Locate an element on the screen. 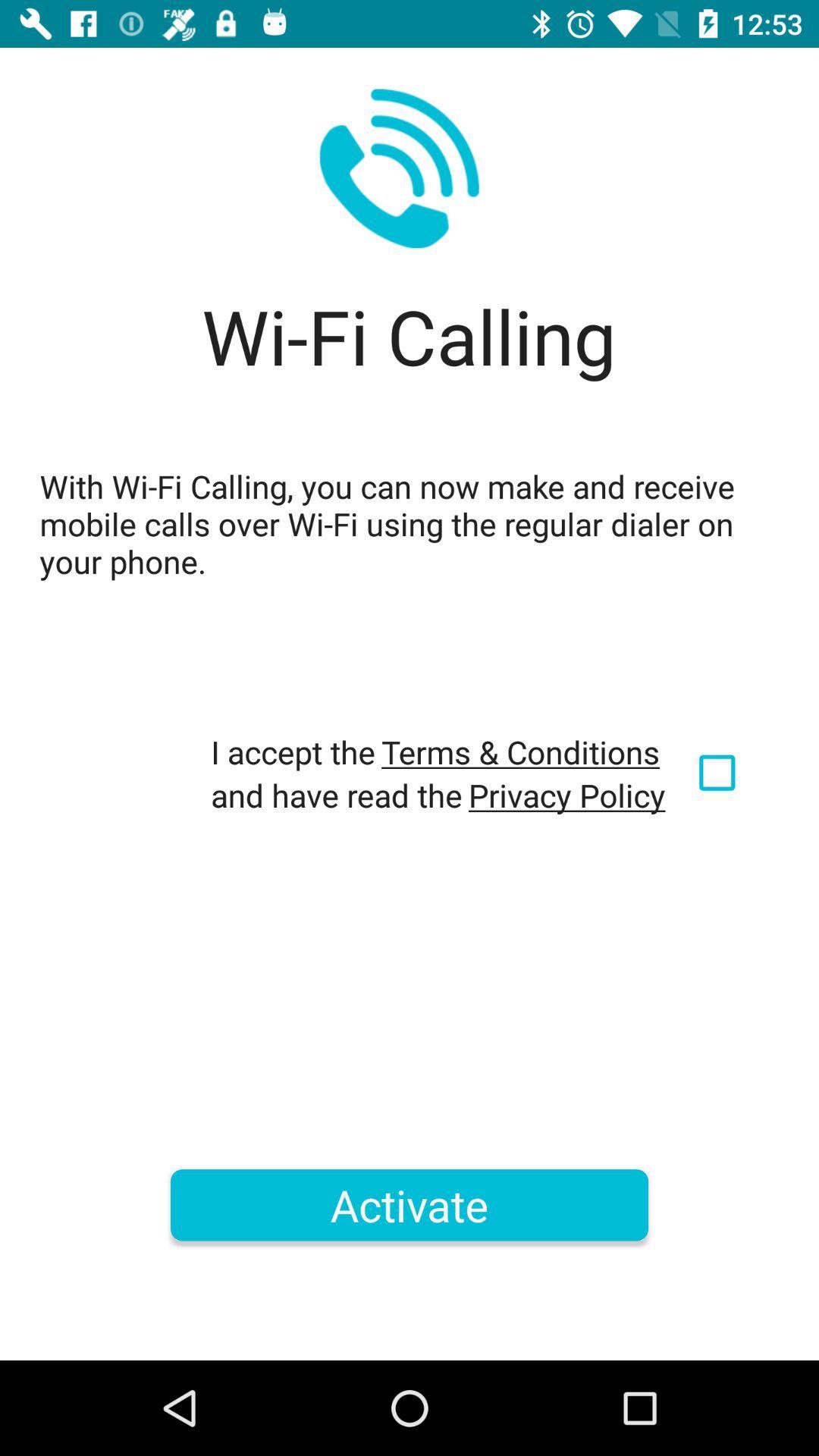  the icon to the right of i accept the item is located at coordinates (519, 752).